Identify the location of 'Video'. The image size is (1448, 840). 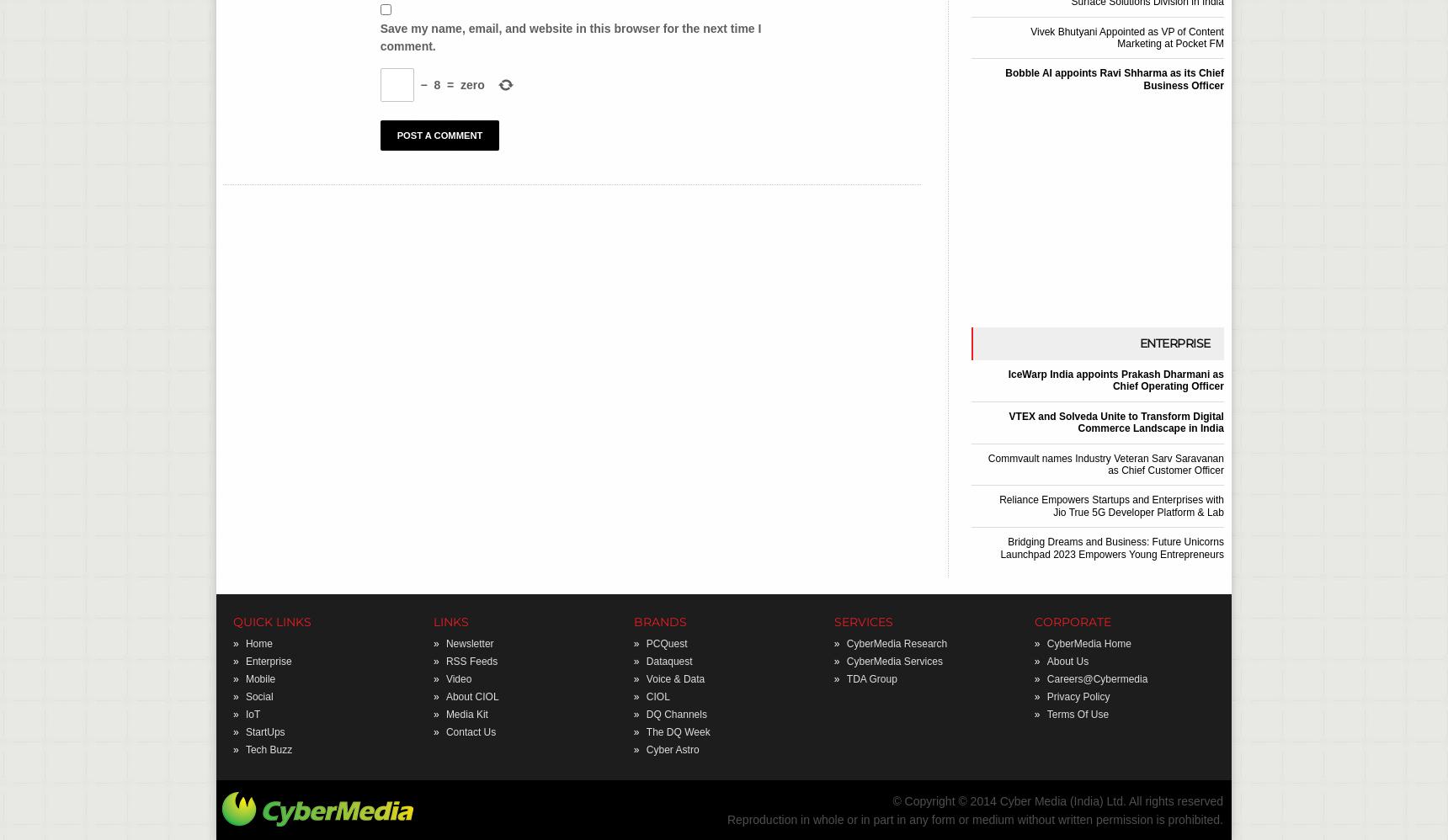
(458, 678).